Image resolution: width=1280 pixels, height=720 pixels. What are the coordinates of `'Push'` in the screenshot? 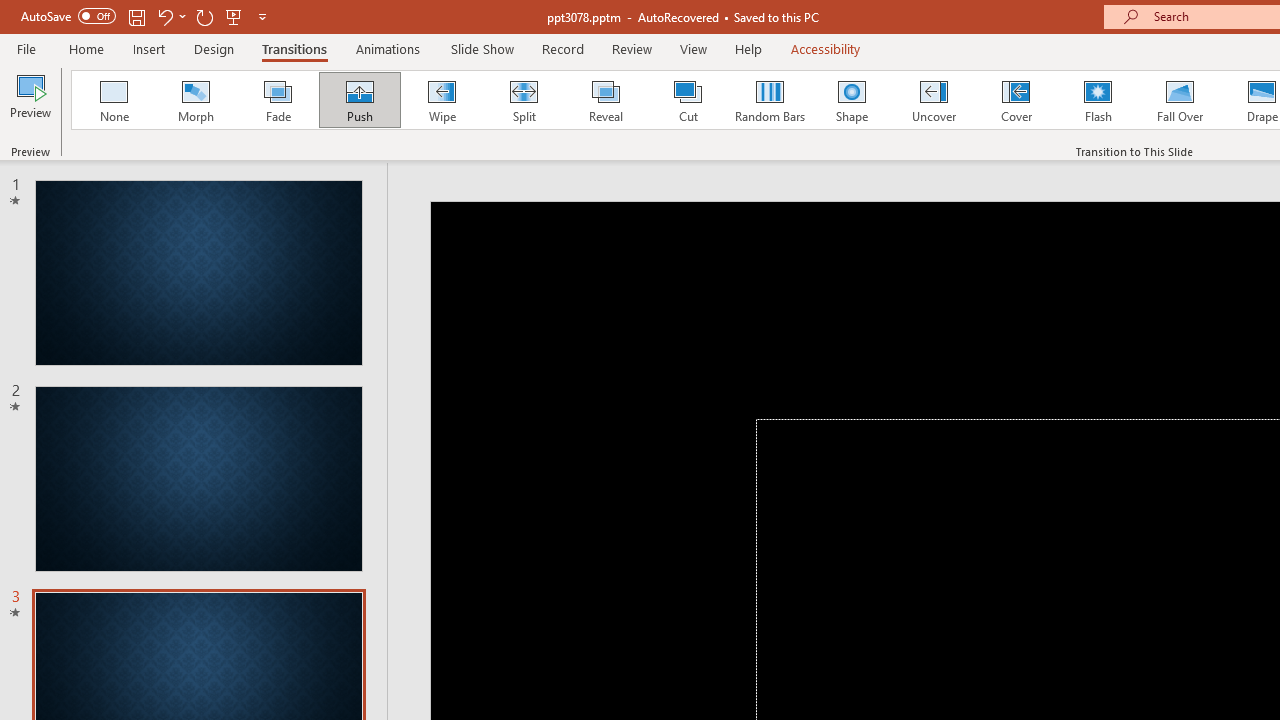 It's located at (359, 100).